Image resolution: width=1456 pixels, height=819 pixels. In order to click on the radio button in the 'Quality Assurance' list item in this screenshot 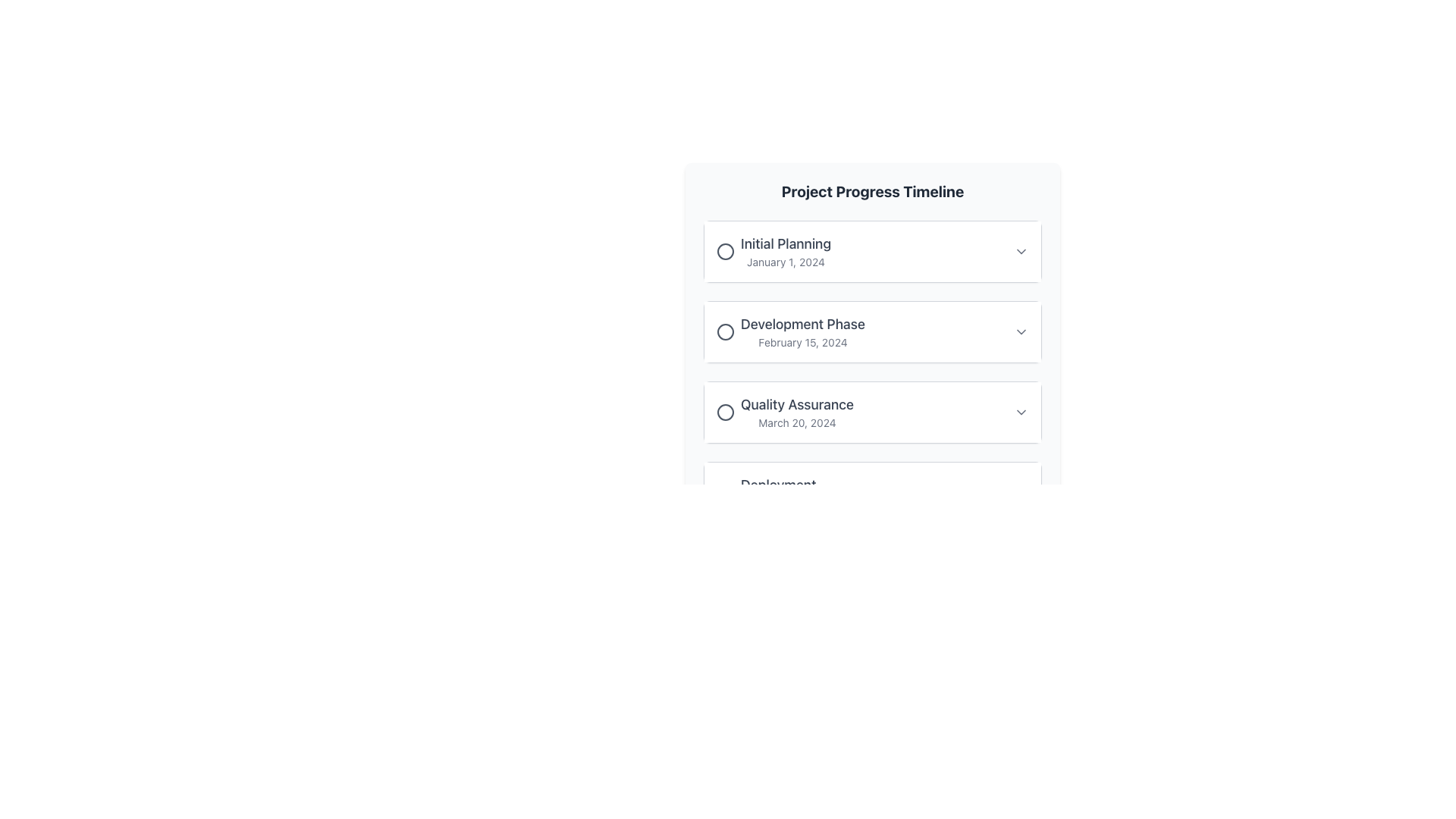, I will do `click(873, 412)`.